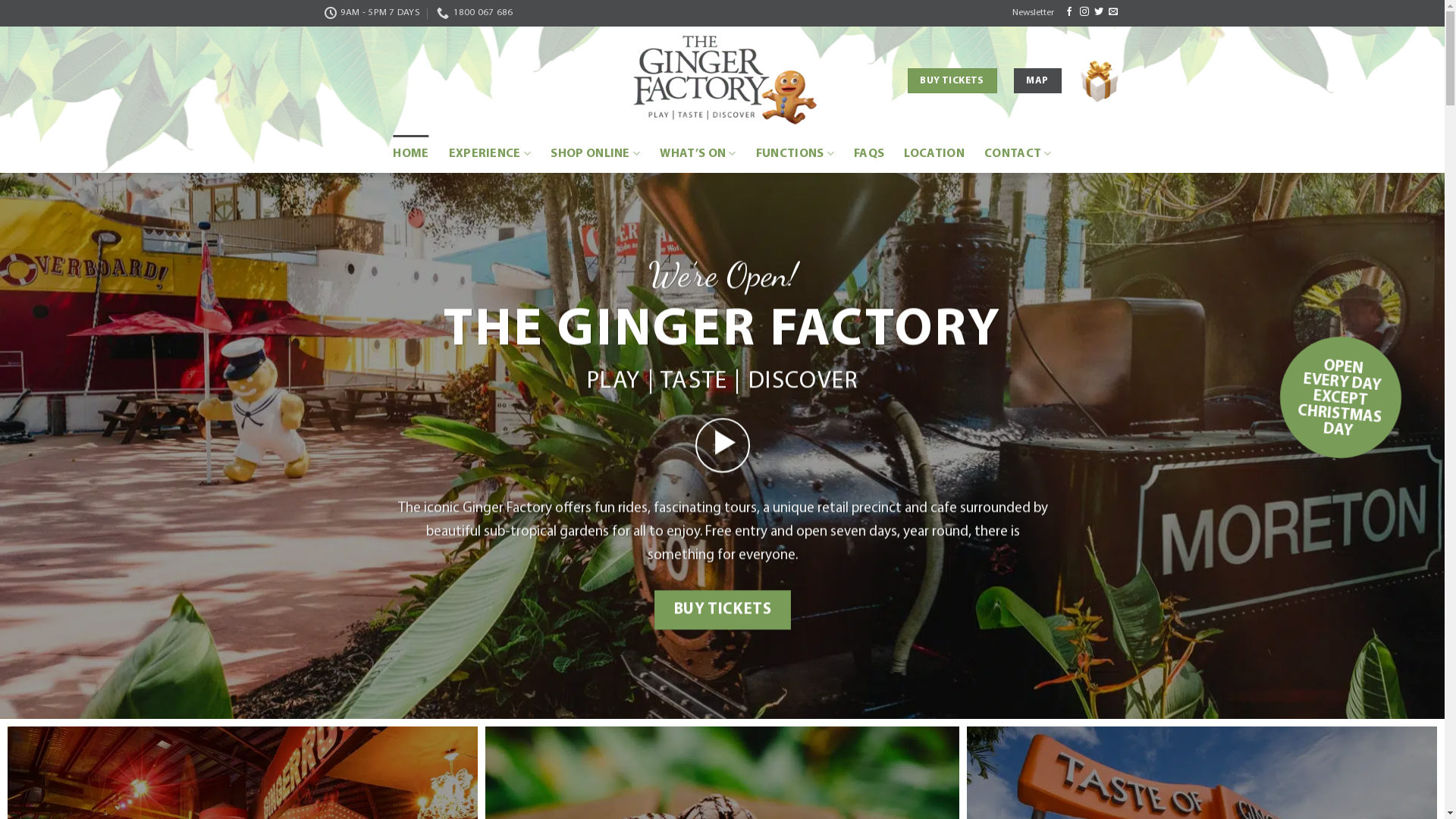  Describe the element at coordinates (854, 154) in the screenshot. I see `'FAQS'` at that location.